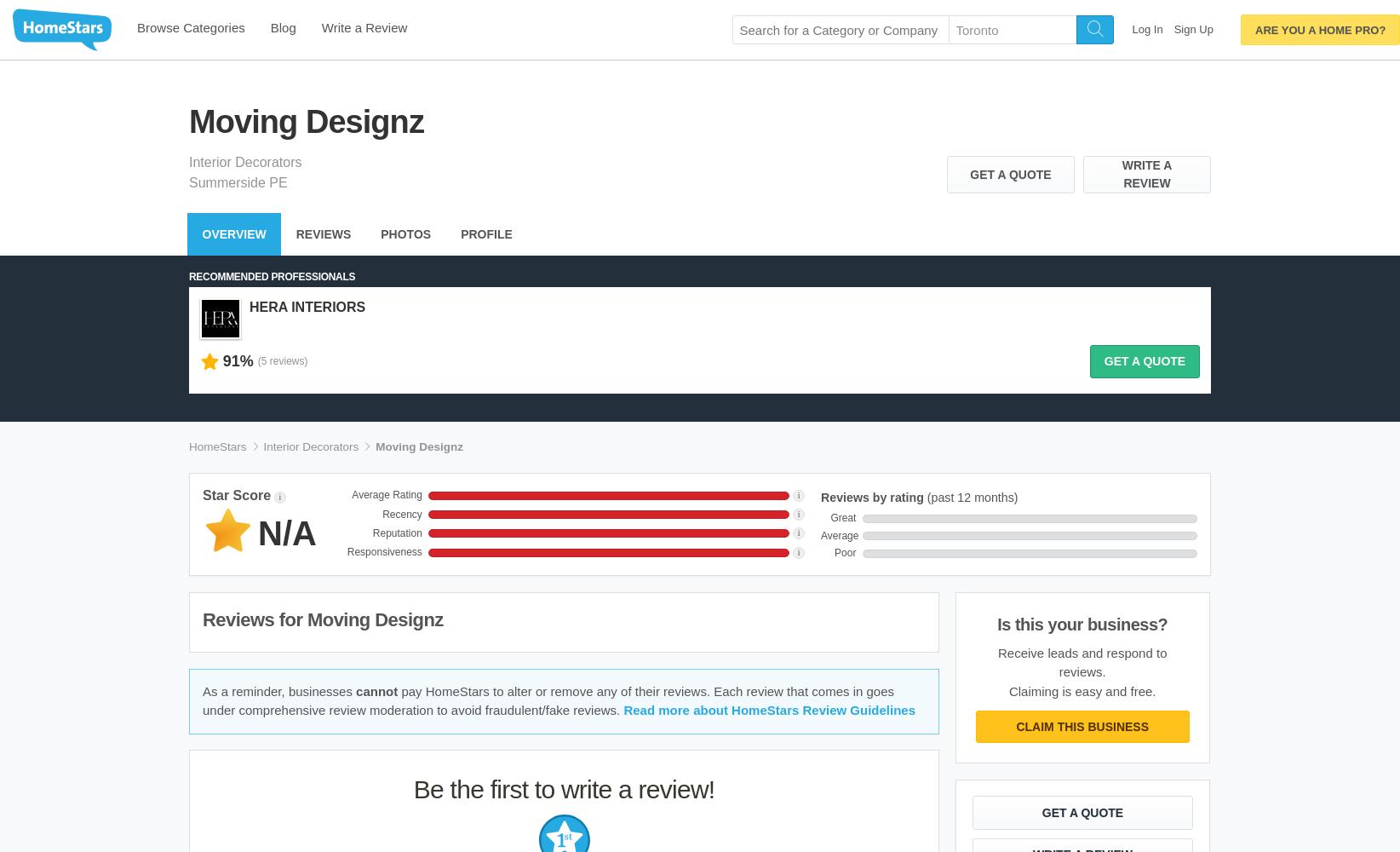 This screenshot has width=1400, height=852. What do you see at coordinates (271, 275) in the screenshot?
I see `'Recommended Professionals'` at bounding box center [271, 275].